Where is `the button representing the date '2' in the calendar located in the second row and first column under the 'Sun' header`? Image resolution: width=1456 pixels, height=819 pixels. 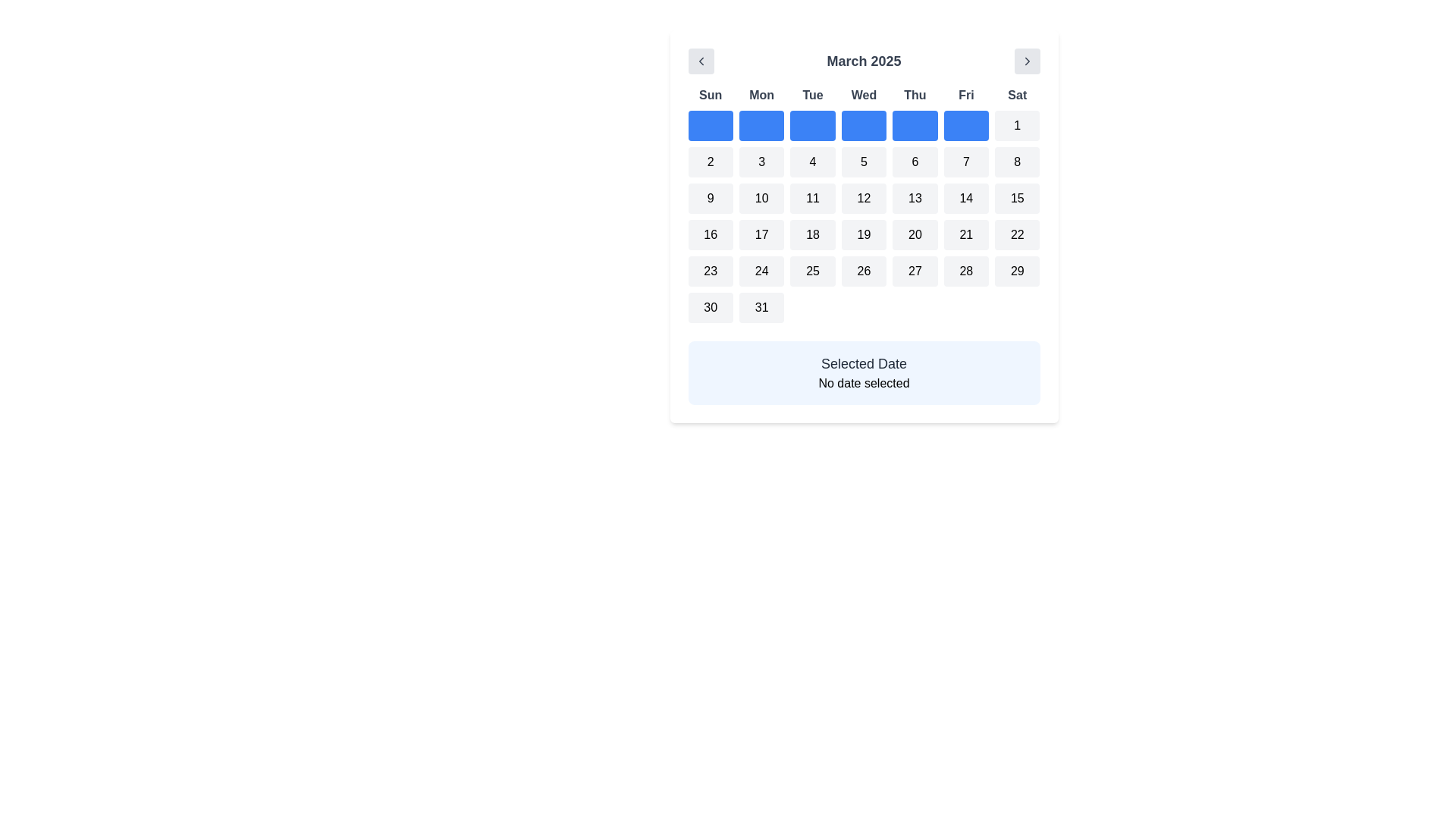
the button representing the date '2' in the calendar located in the second row and first column under the 'Sun' header is located at coordinates (710, 162).